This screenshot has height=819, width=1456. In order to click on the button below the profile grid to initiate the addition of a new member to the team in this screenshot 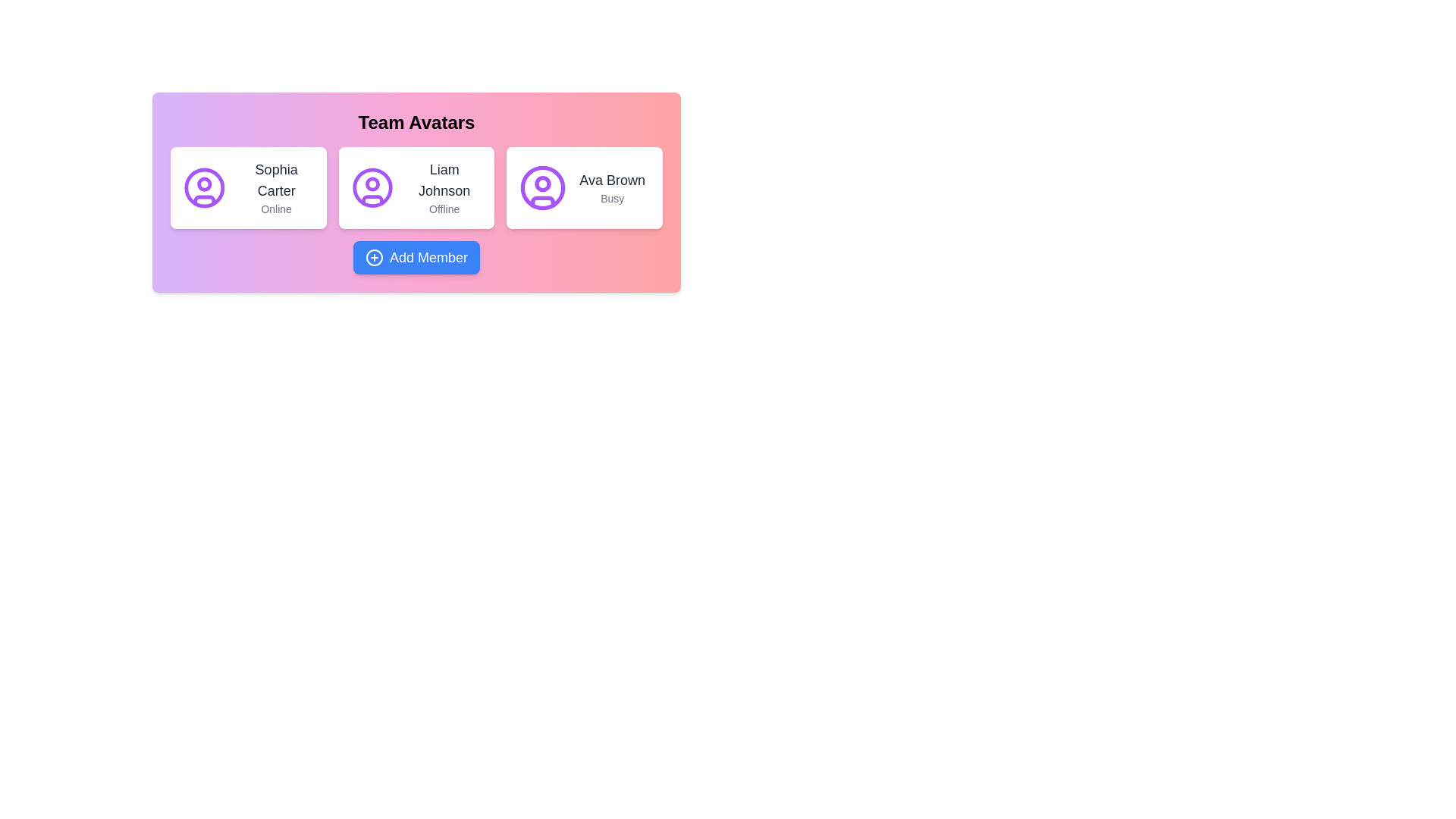, I will do `click(416, 256)`.